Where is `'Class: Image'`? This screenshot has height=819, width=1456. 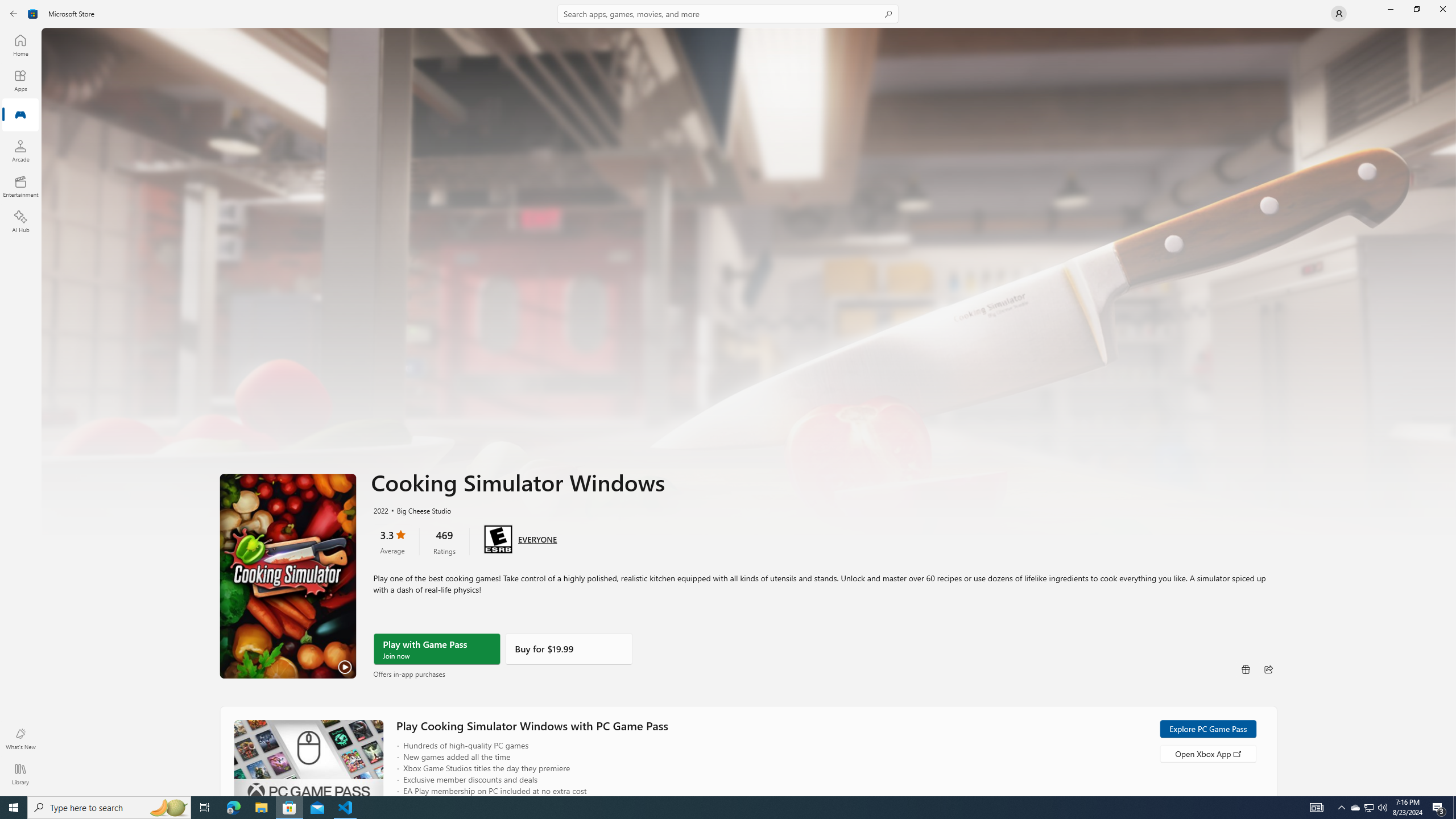 'Class: Image' is located at coordinates (32, 13).